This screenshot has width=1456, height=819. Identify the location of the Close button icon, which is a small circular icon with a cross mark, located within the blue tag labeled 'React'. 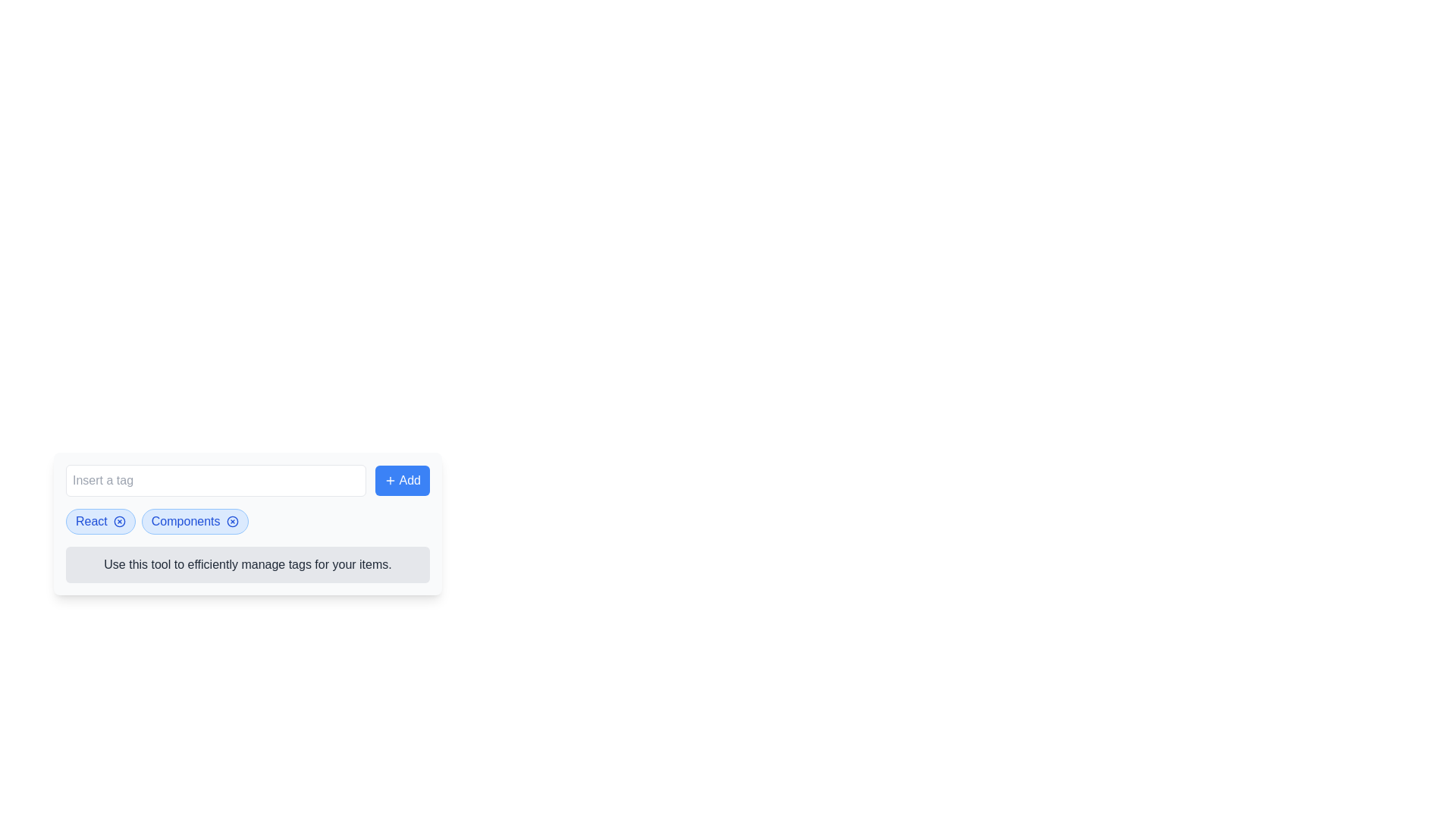
(118, 520).